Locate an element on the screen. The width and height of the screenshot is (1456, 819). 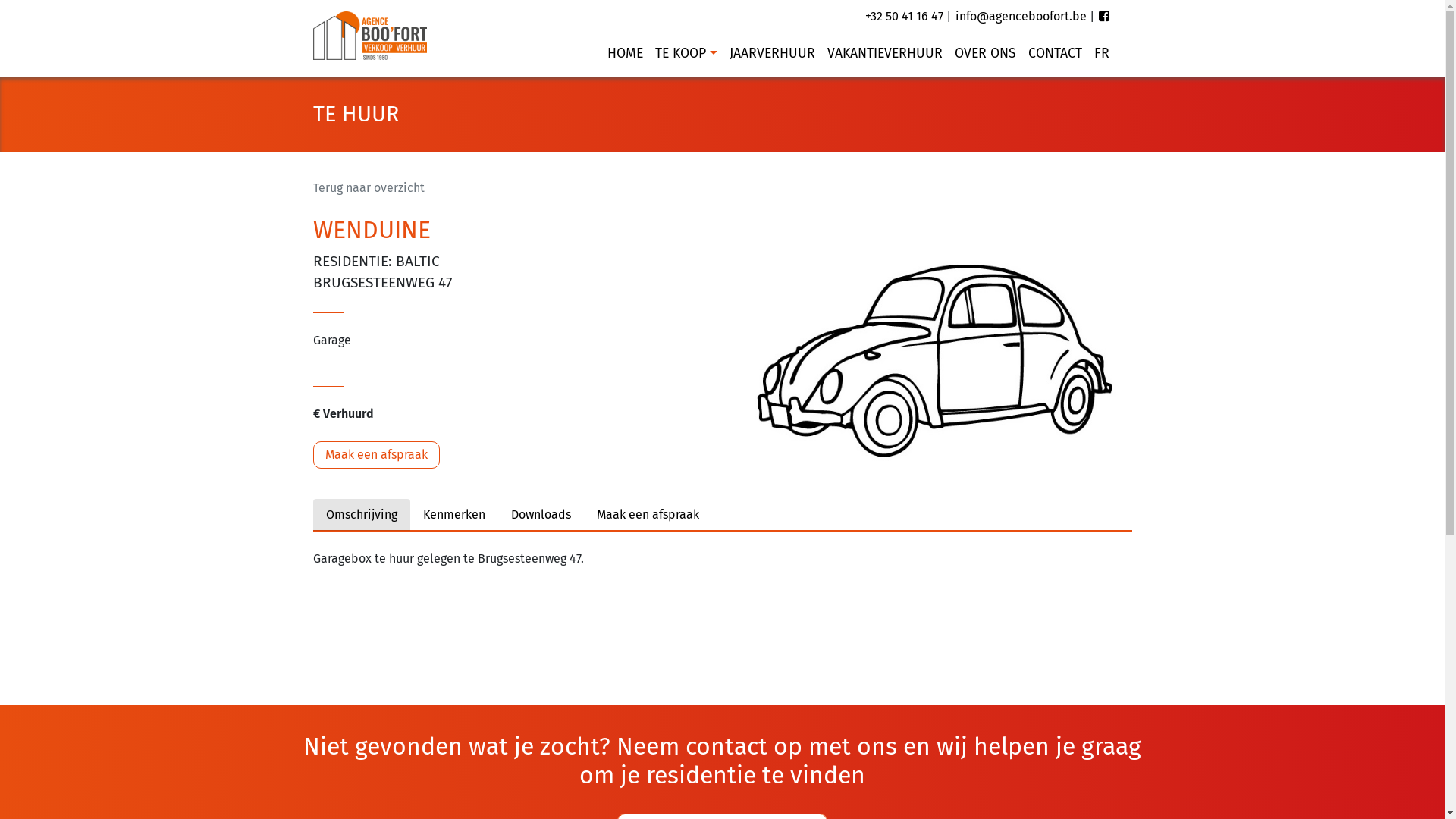
'+32 50 41 16 47' is located at coordinates (903, 16).